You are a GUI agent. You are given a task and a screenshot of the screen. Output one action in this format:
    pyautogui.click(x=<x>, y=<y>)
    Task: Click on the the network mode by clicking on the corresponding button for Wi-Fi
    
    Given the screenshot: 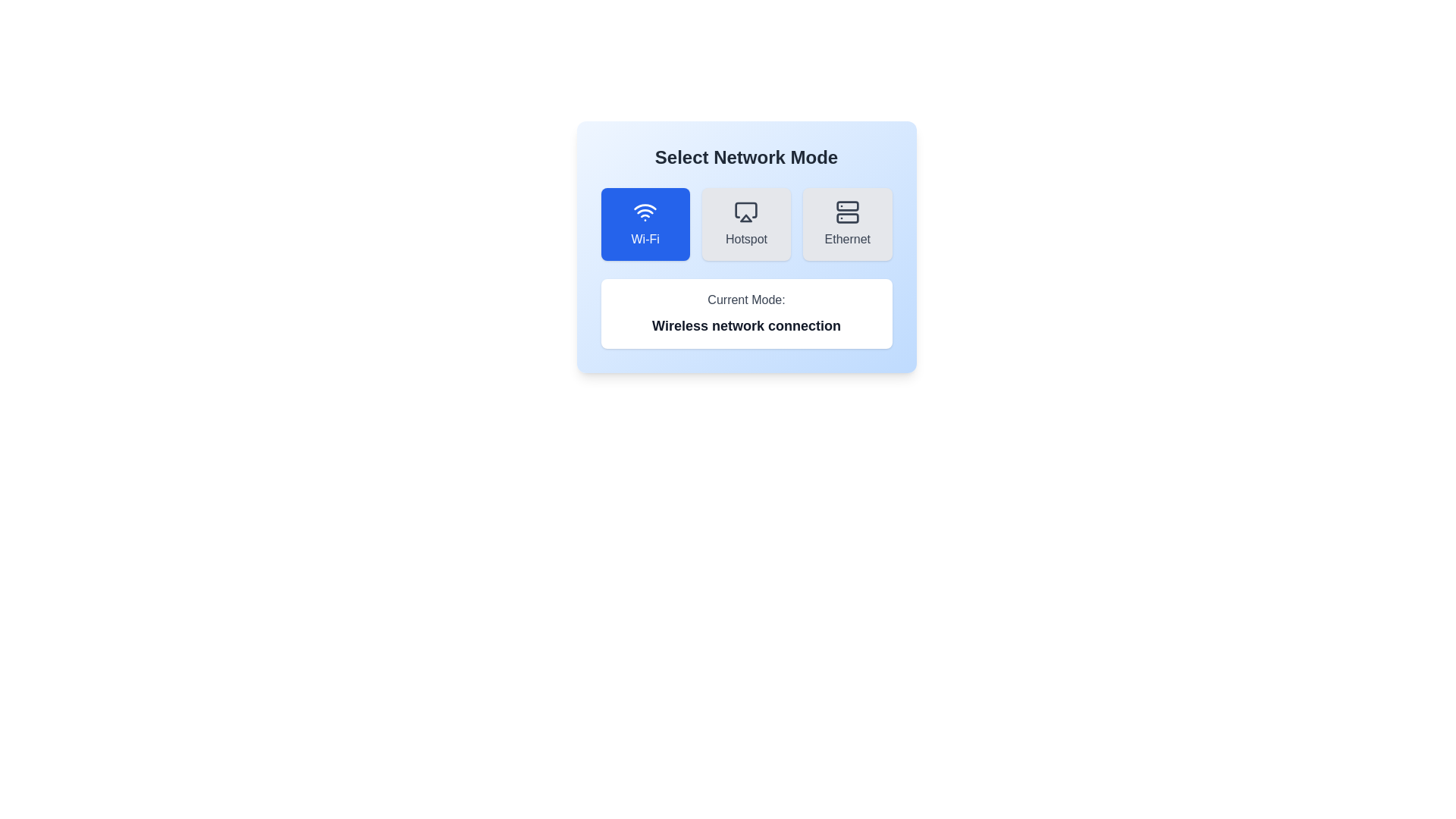 What is the action you would take?
    pyautogui.click(x=645, y=224)
    